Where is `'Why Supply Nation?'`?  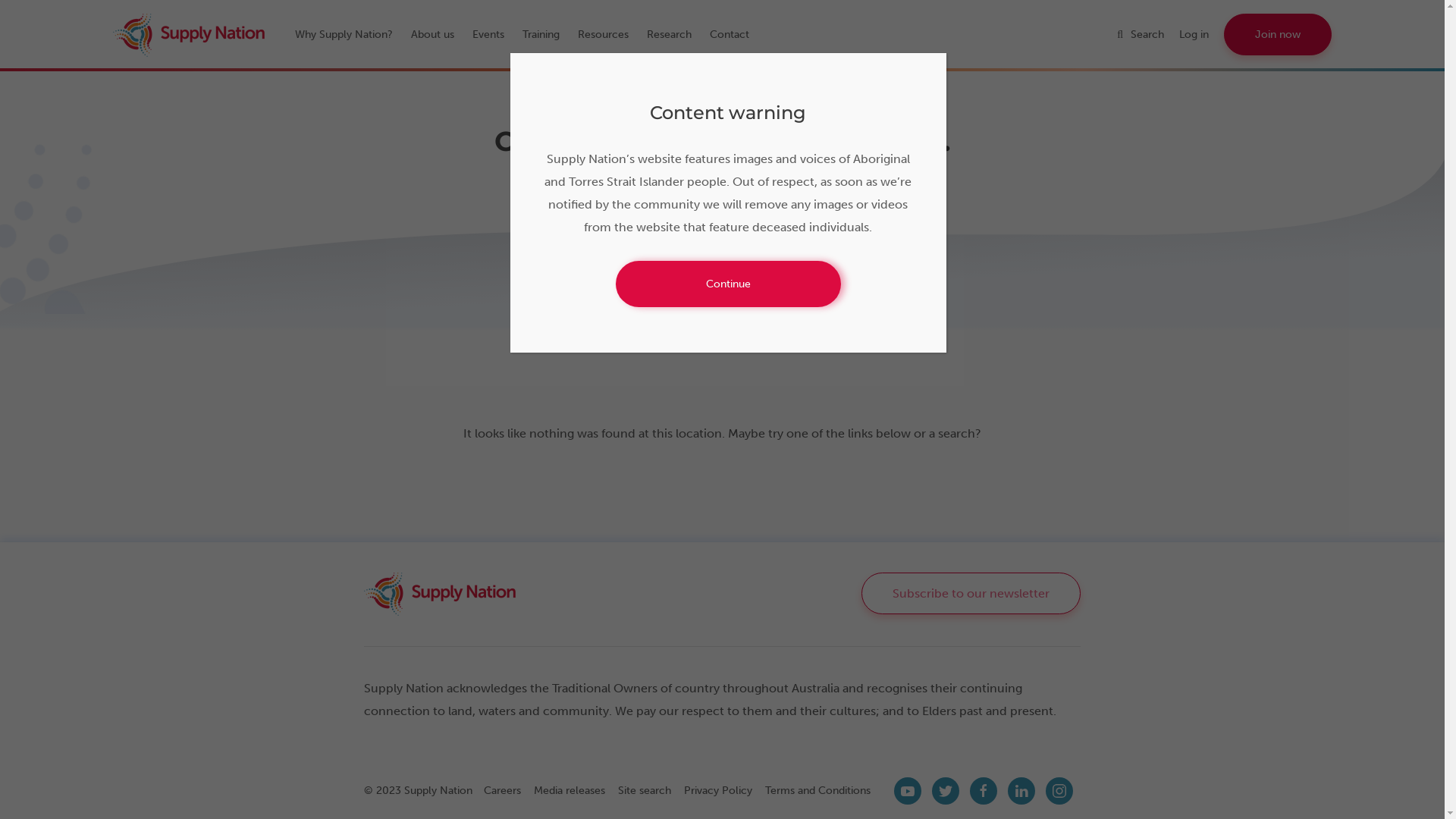 'Why Supply Nation?' is located at coordinates (350, 34).